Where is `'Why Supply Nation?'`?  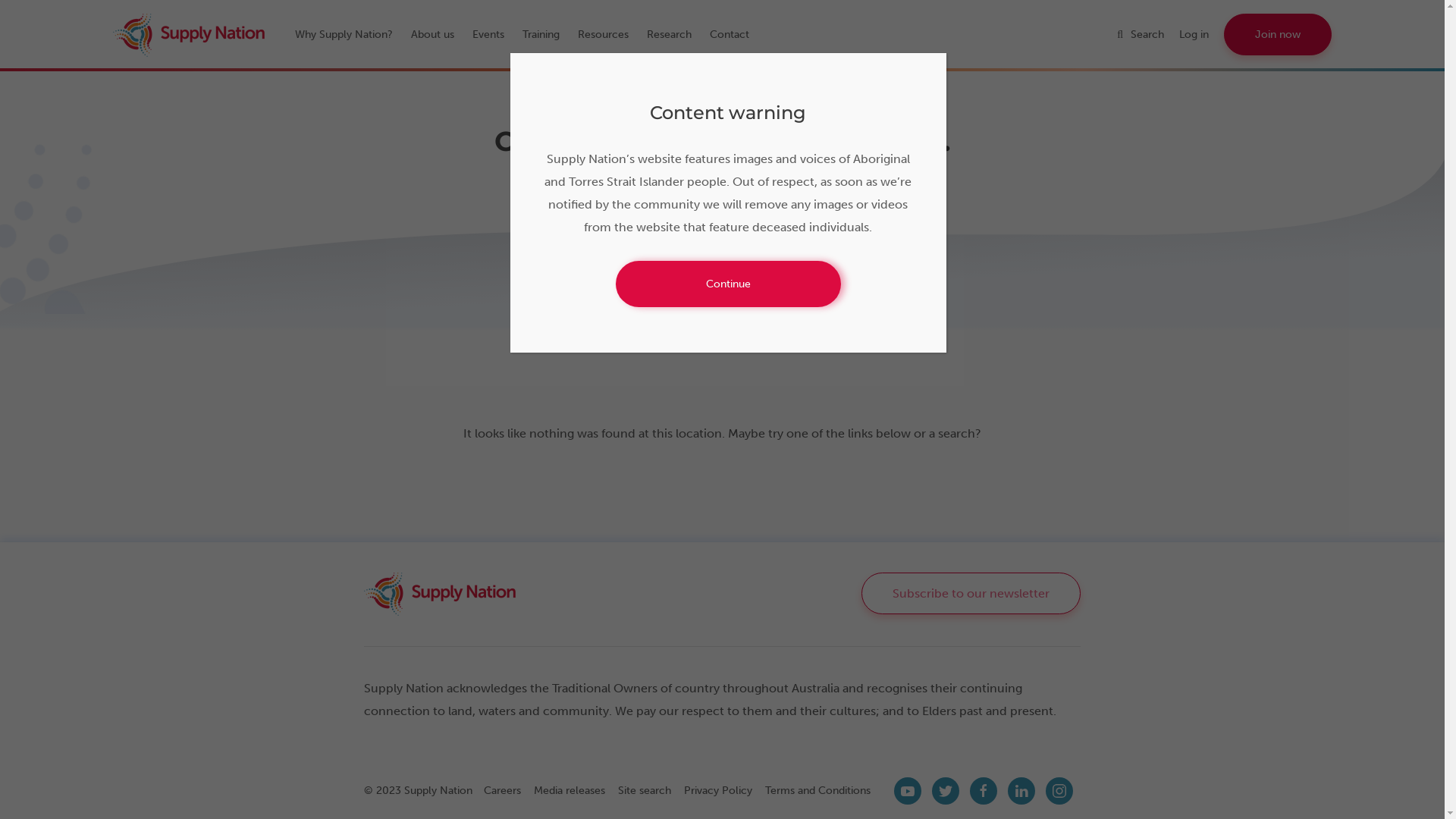 'Why Supply Nation?' is located at coordinates (350, 34).